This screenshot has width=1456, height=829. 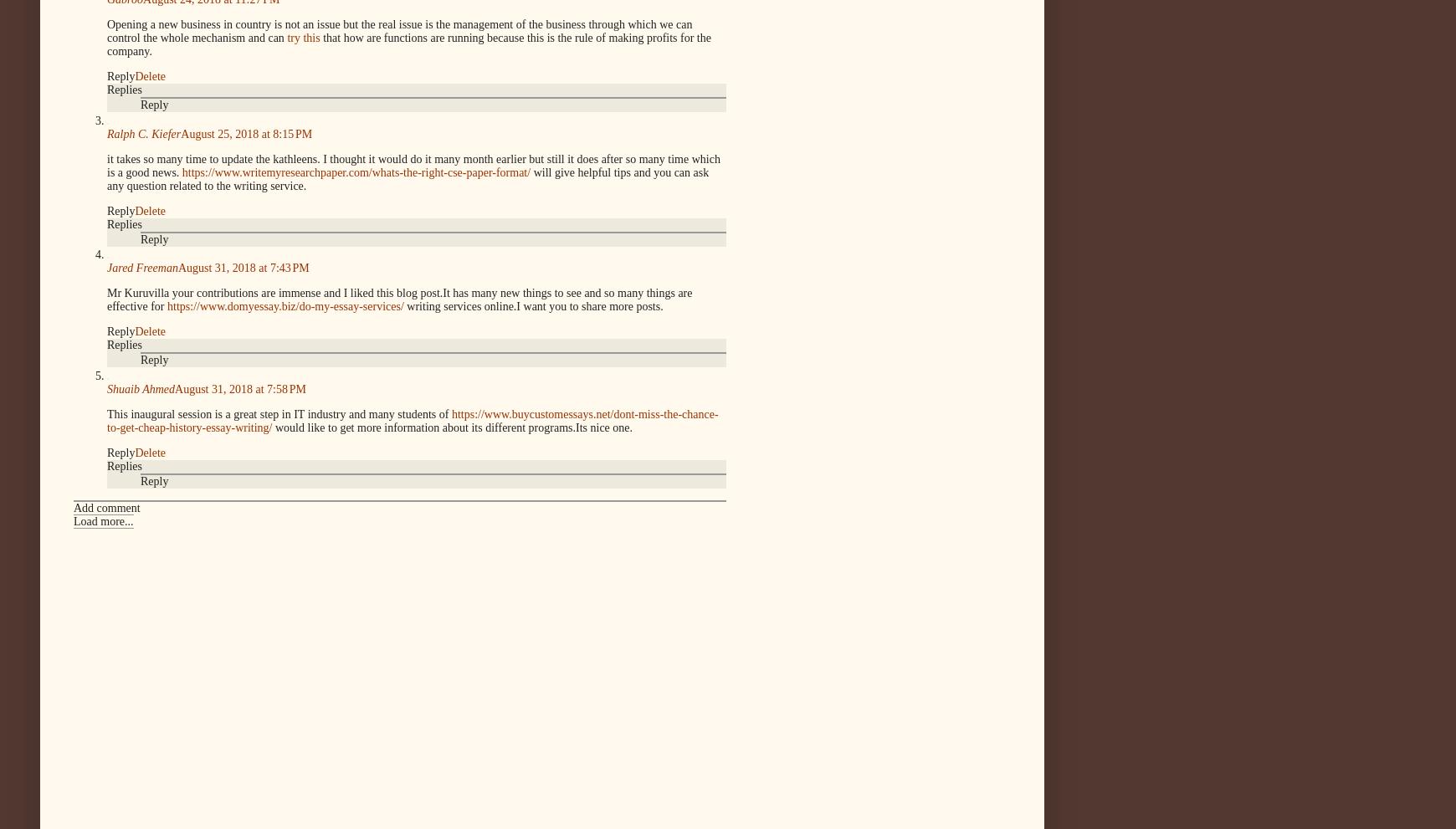 I want to click on 'would like to get more information about its different programs.Its nice one.', so click(x=272, y=427).